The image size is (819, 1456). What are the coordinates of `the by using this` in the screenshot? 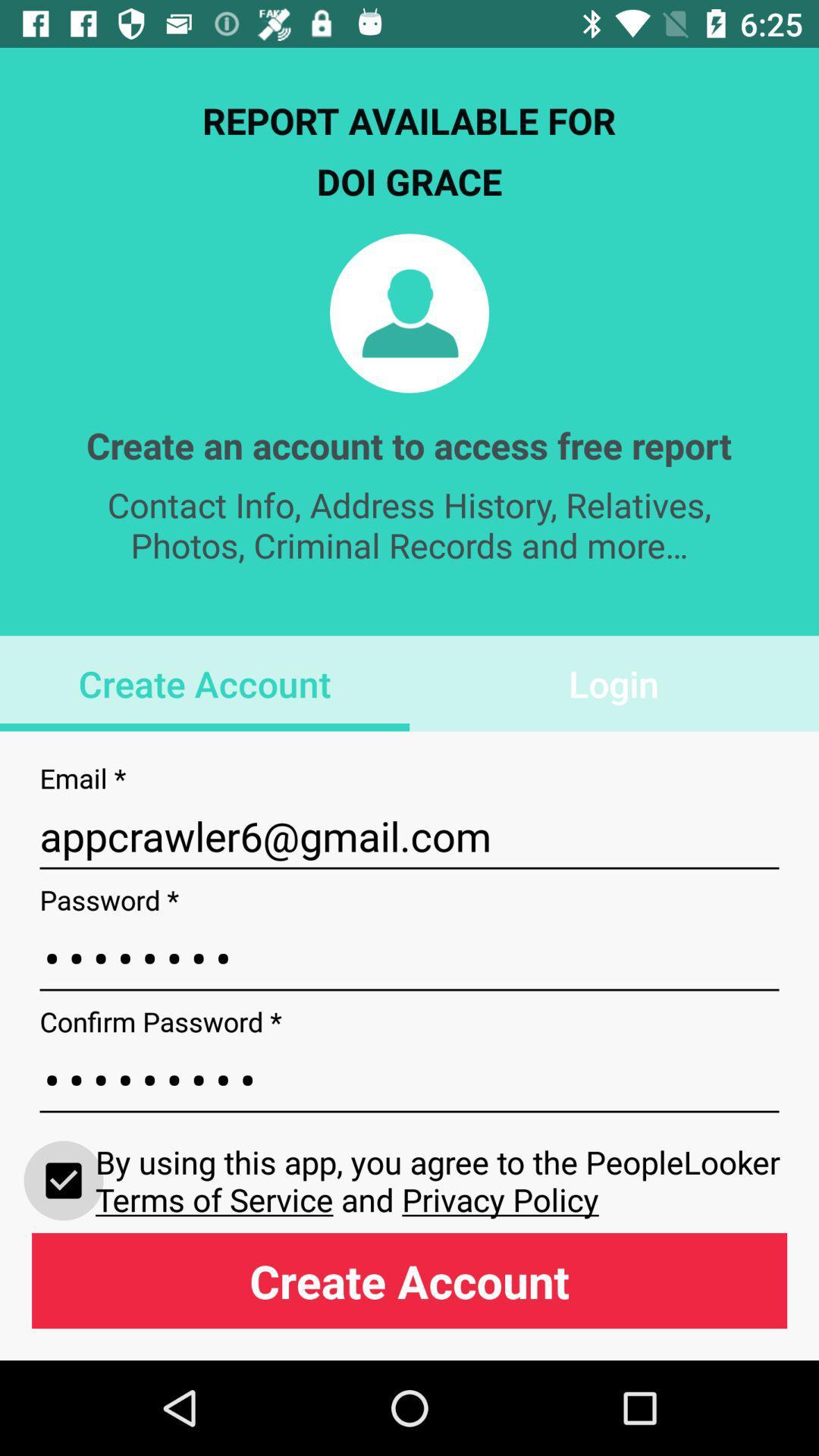 It's located at (441, 1179).